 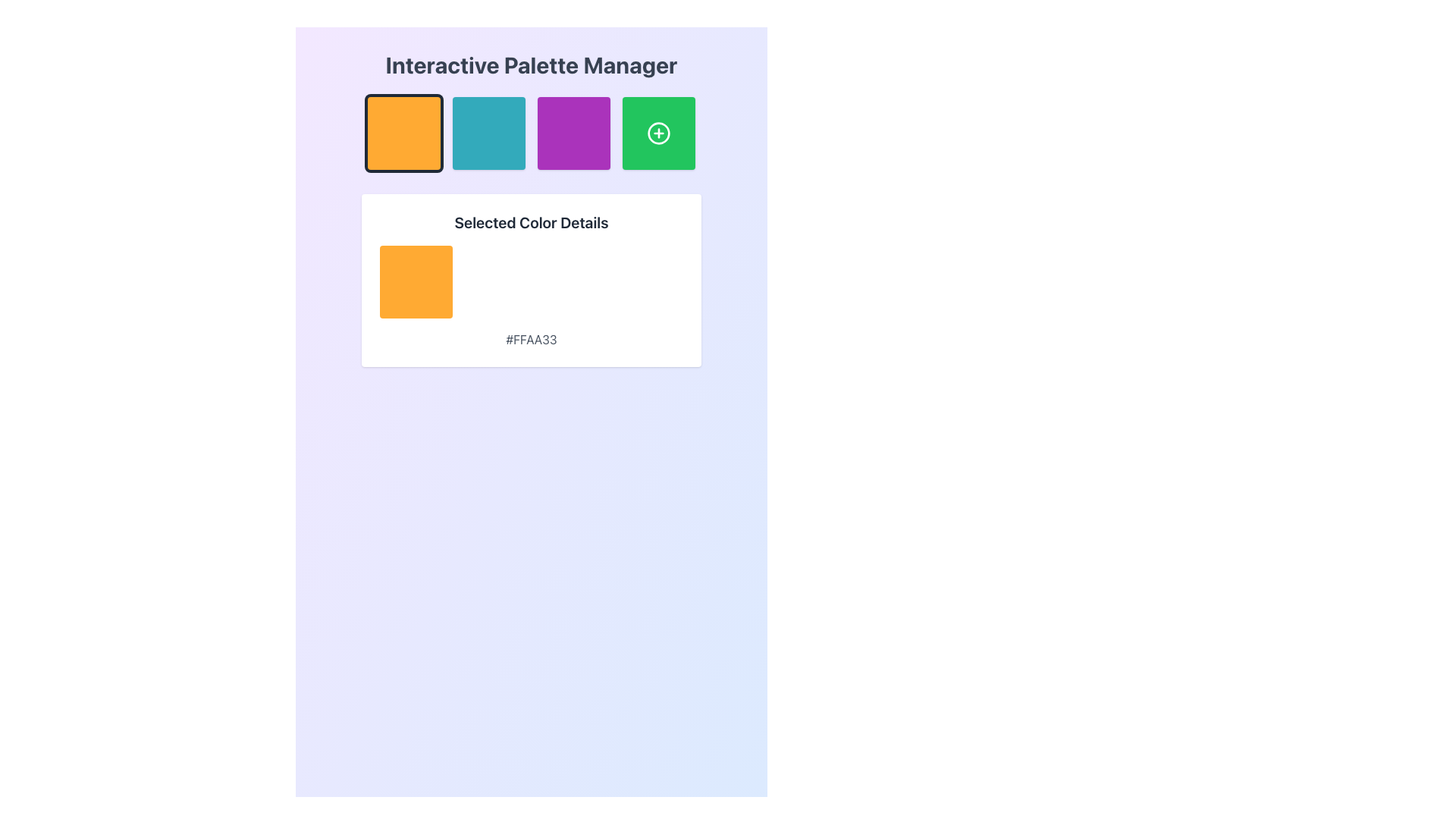 What do you see at coordinates (488, 133) in the screenshot?
I see `the second button in a grid layout with no labels, following an orange button` at bounding box center [488, 133].